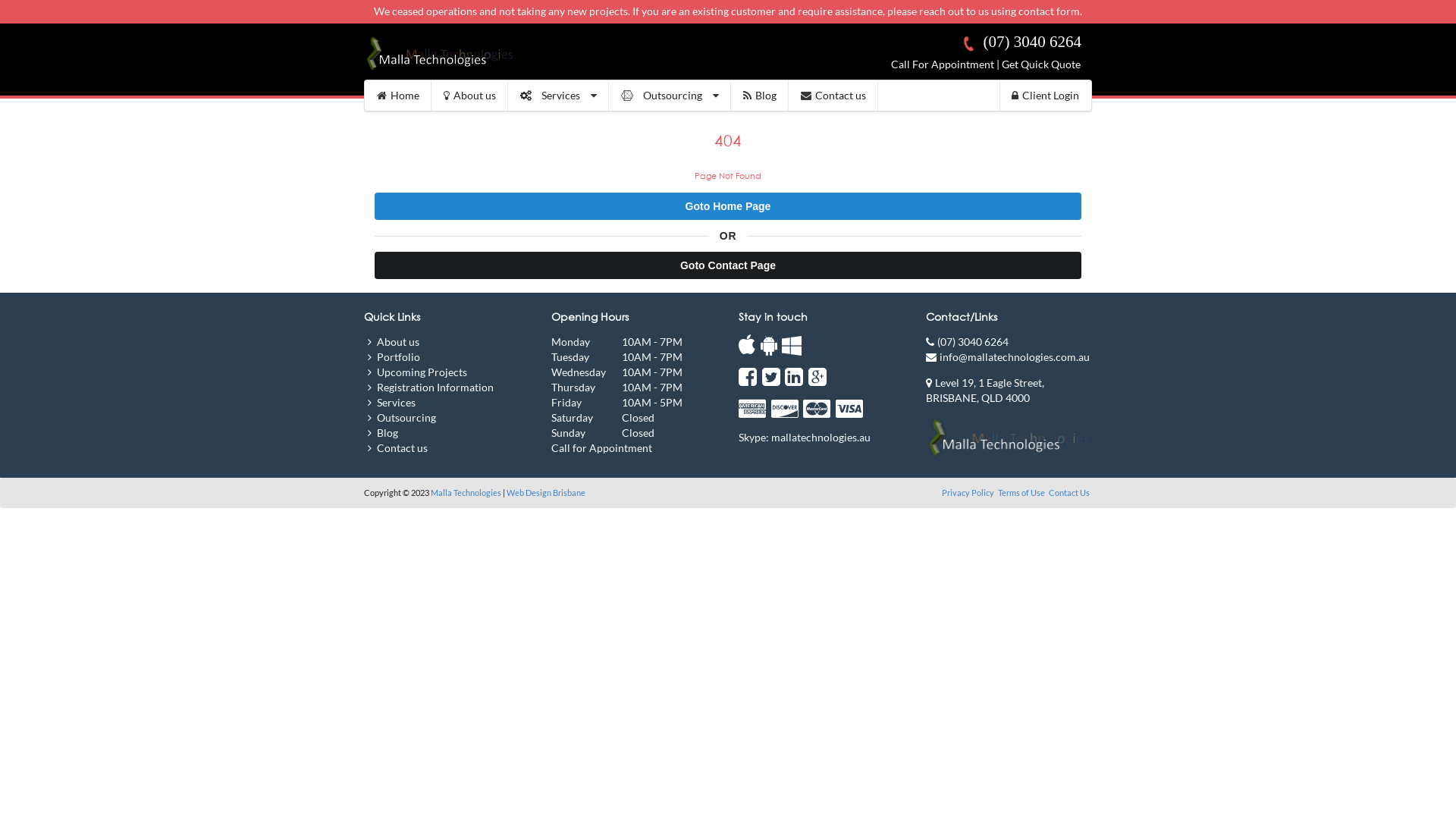  I want to click on 'Terms of Use', so click(997, 492).